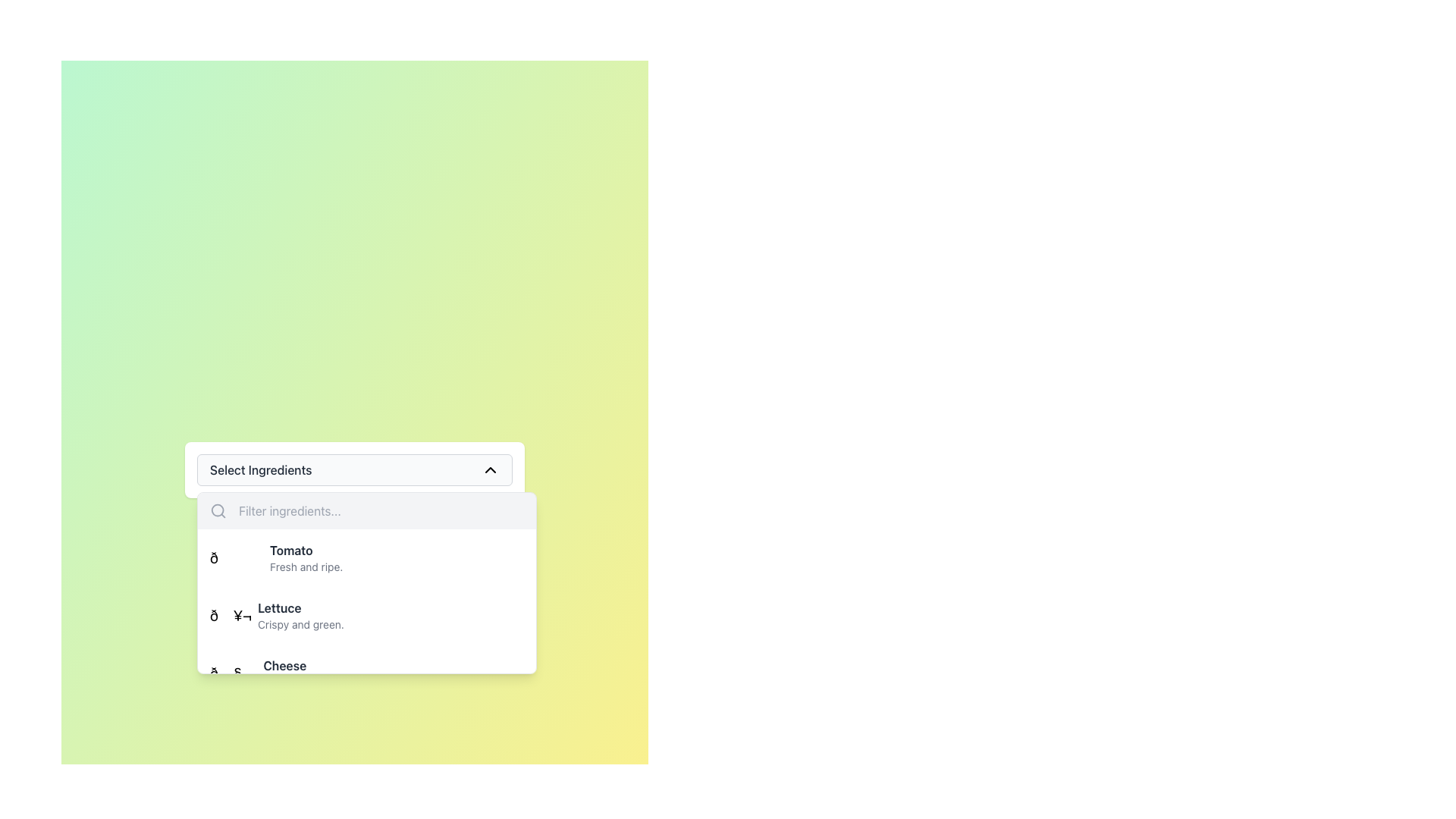  I want to click on the Dropdown button located at the center of the view, so click(353, 469).